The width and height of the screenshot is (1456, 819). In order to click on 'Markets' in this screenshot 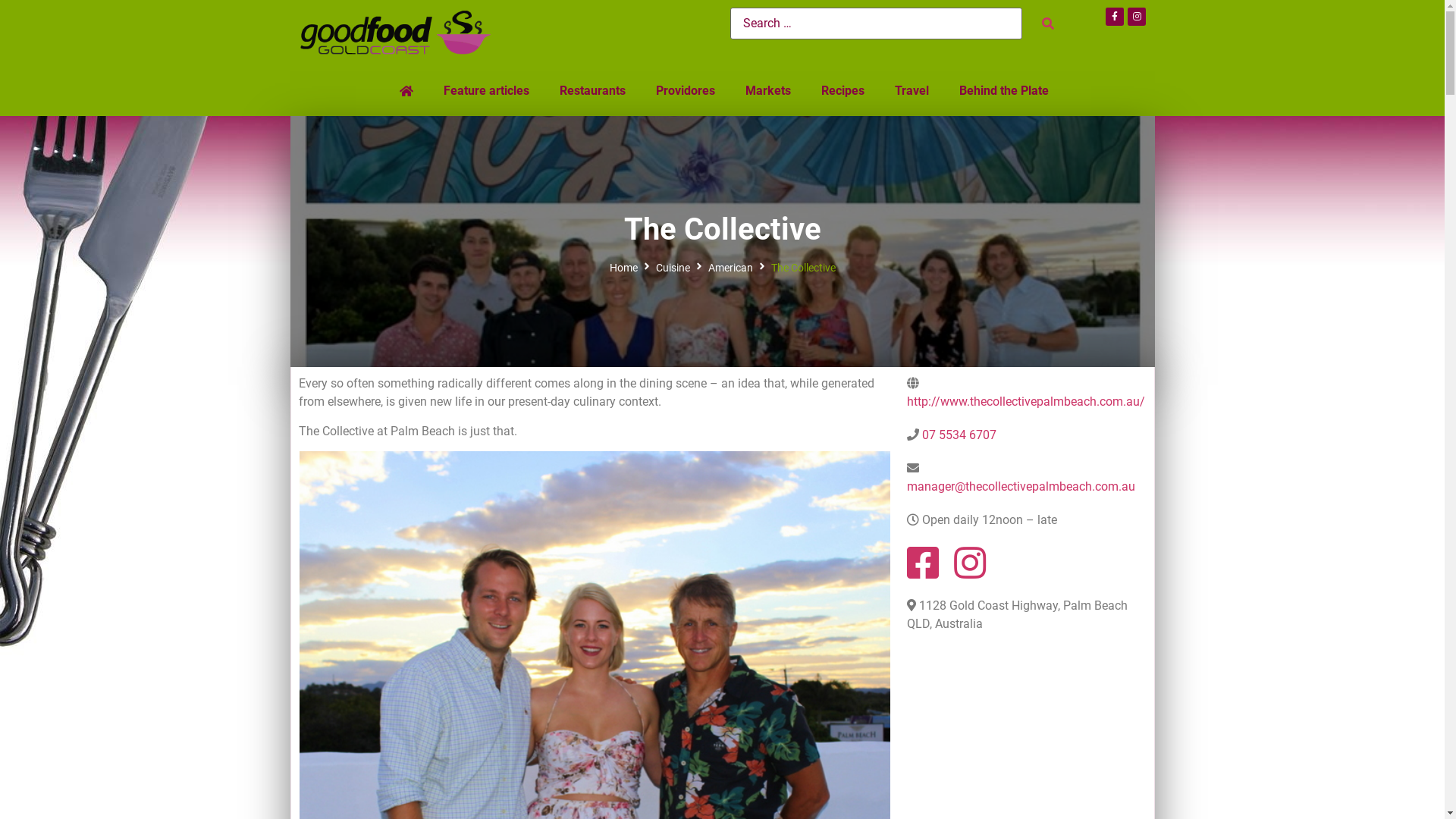, I will do `click(767, 90)`.